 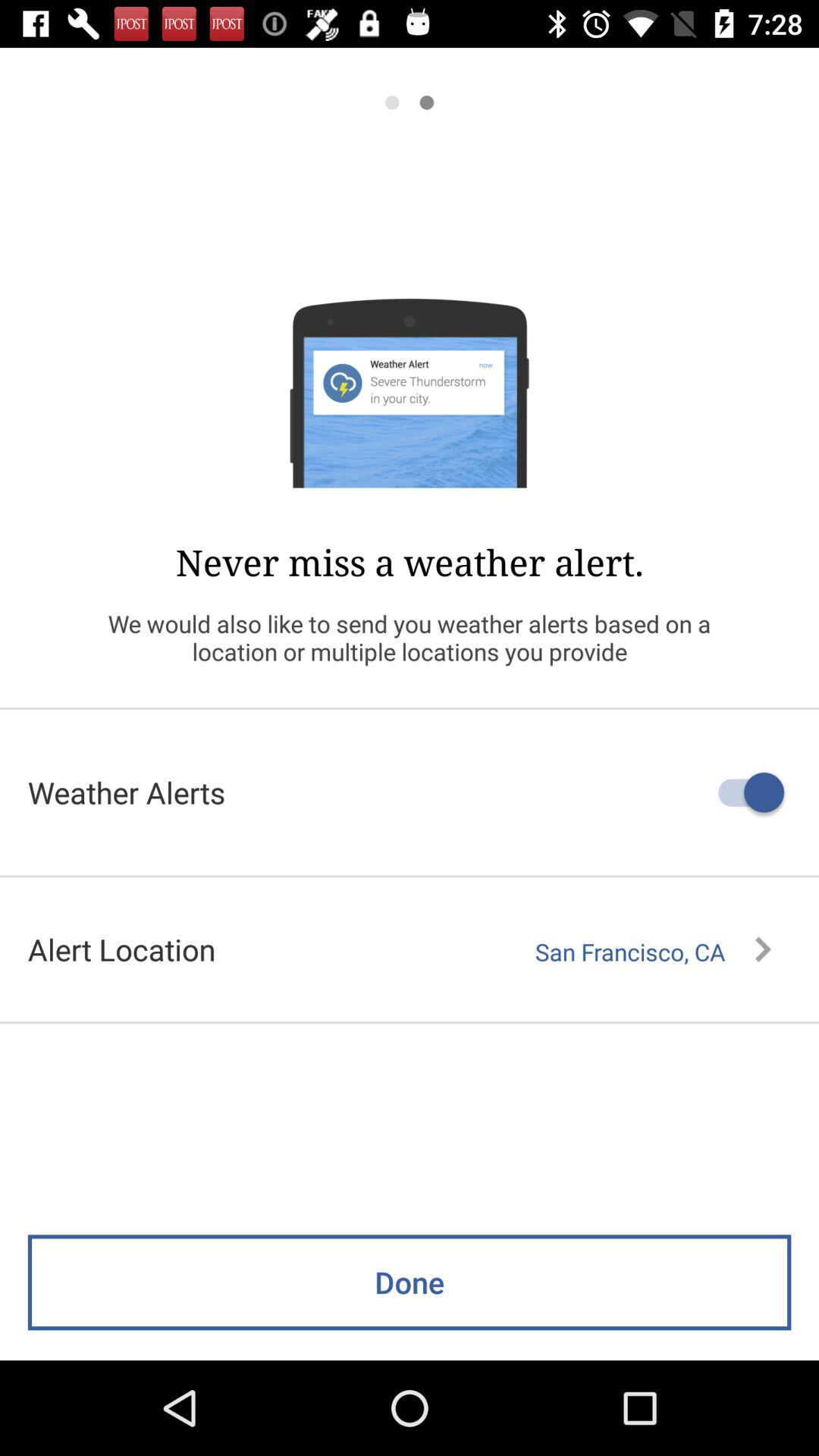 I want to click on icon to the right of the alert location, so click(x=652, y=951).